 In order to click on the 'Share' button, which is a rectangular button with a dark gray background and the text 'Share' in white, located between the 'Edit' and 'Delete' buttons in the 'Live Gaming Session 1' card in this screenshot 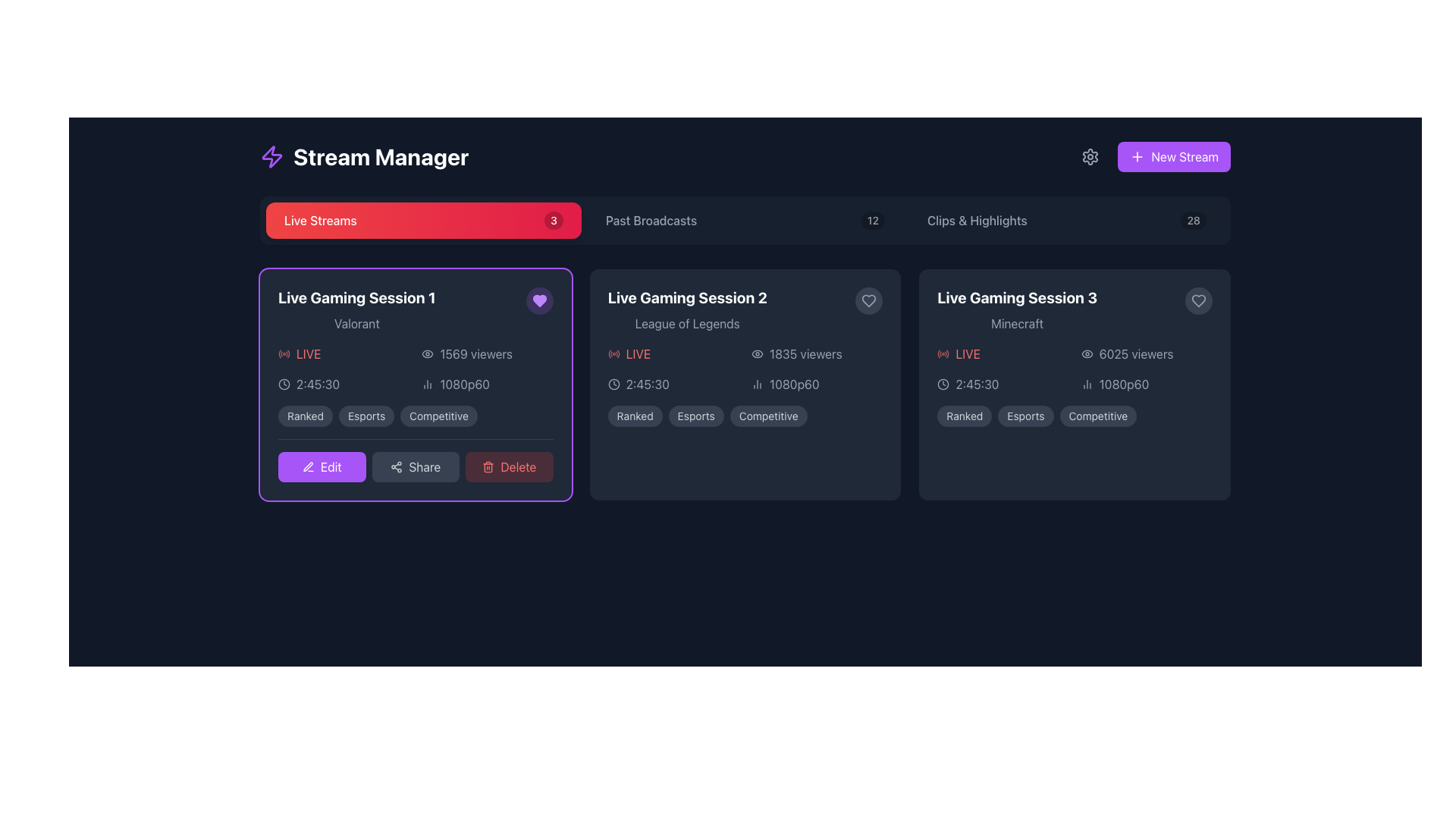, I will do `click(416, 460)`.